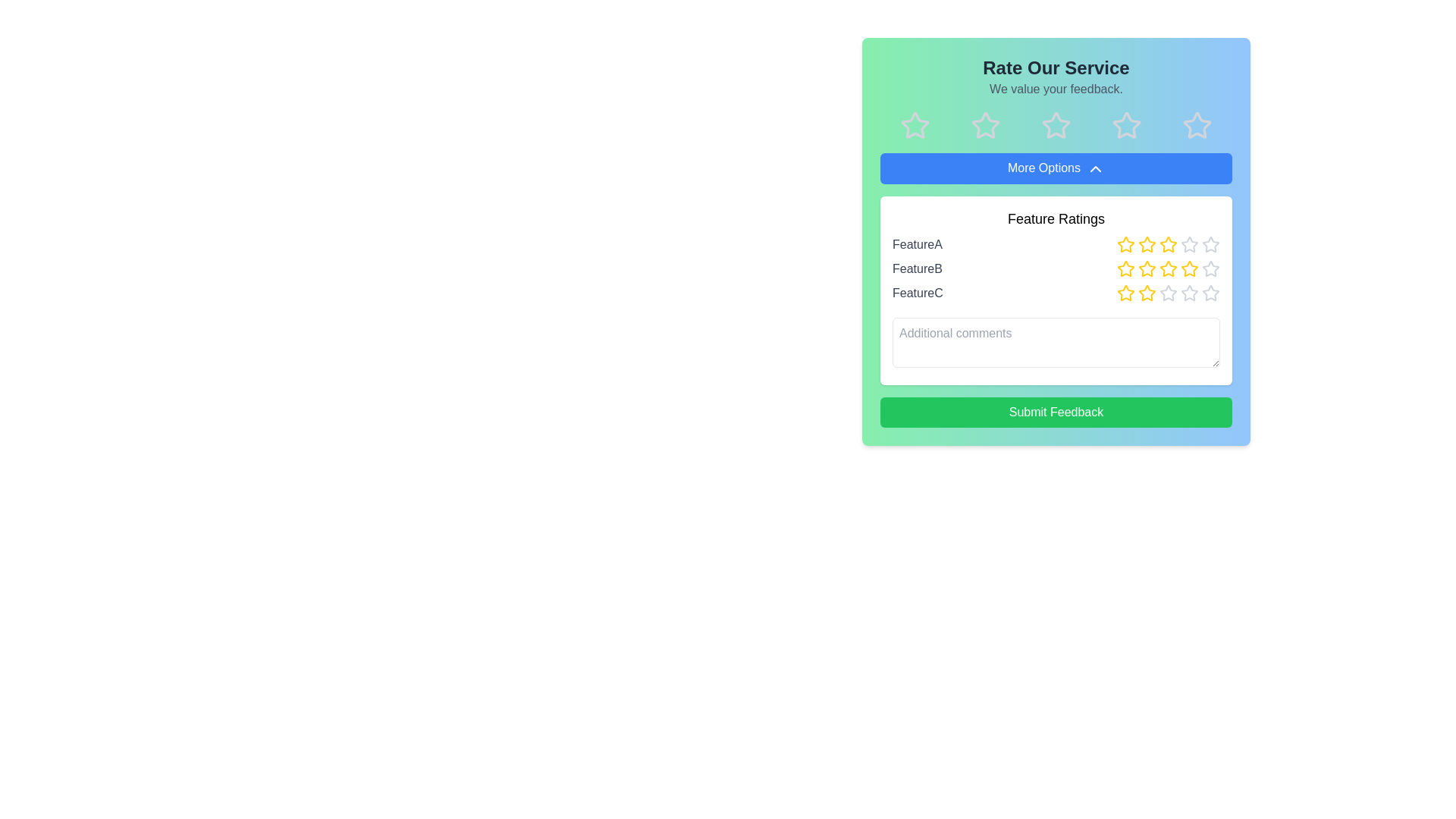 This screenshot has height=819, width=1456. What do you see at coordinates (1167, 243) in the screenshot?
I see `the third yellow star icon in the 5-star rating system under 'Feature A'` at bounding box center [1167, 243].